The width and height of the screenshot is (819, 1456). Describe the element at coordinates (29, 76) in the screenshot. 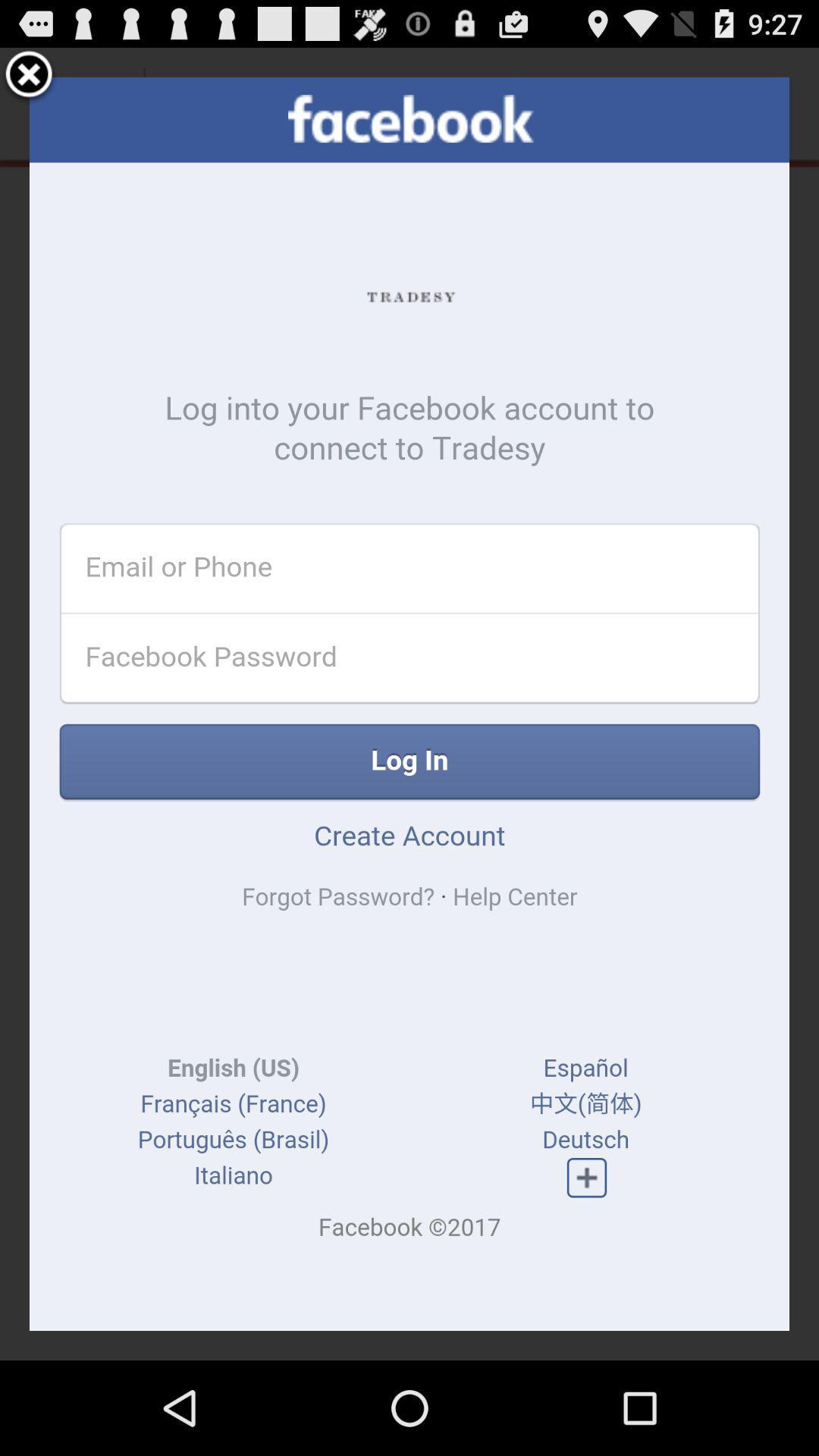

I see `option` at that location.